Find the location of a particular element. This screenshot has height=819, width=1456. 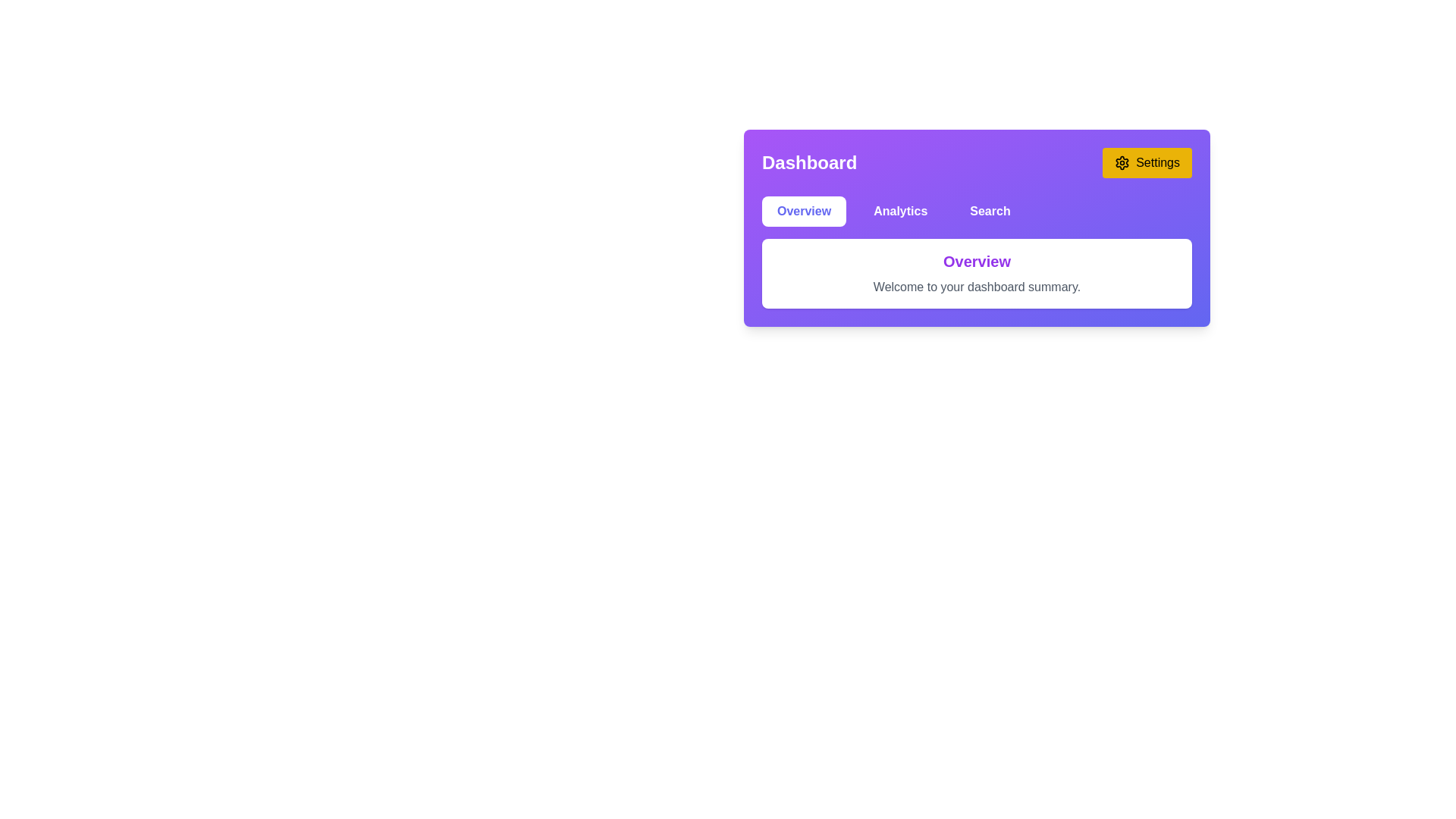

the small gear-shaped icon located at the left-most portion of the yellow rounded rectangular button labeled 'Settings' is located at coordinates (1122, 163).